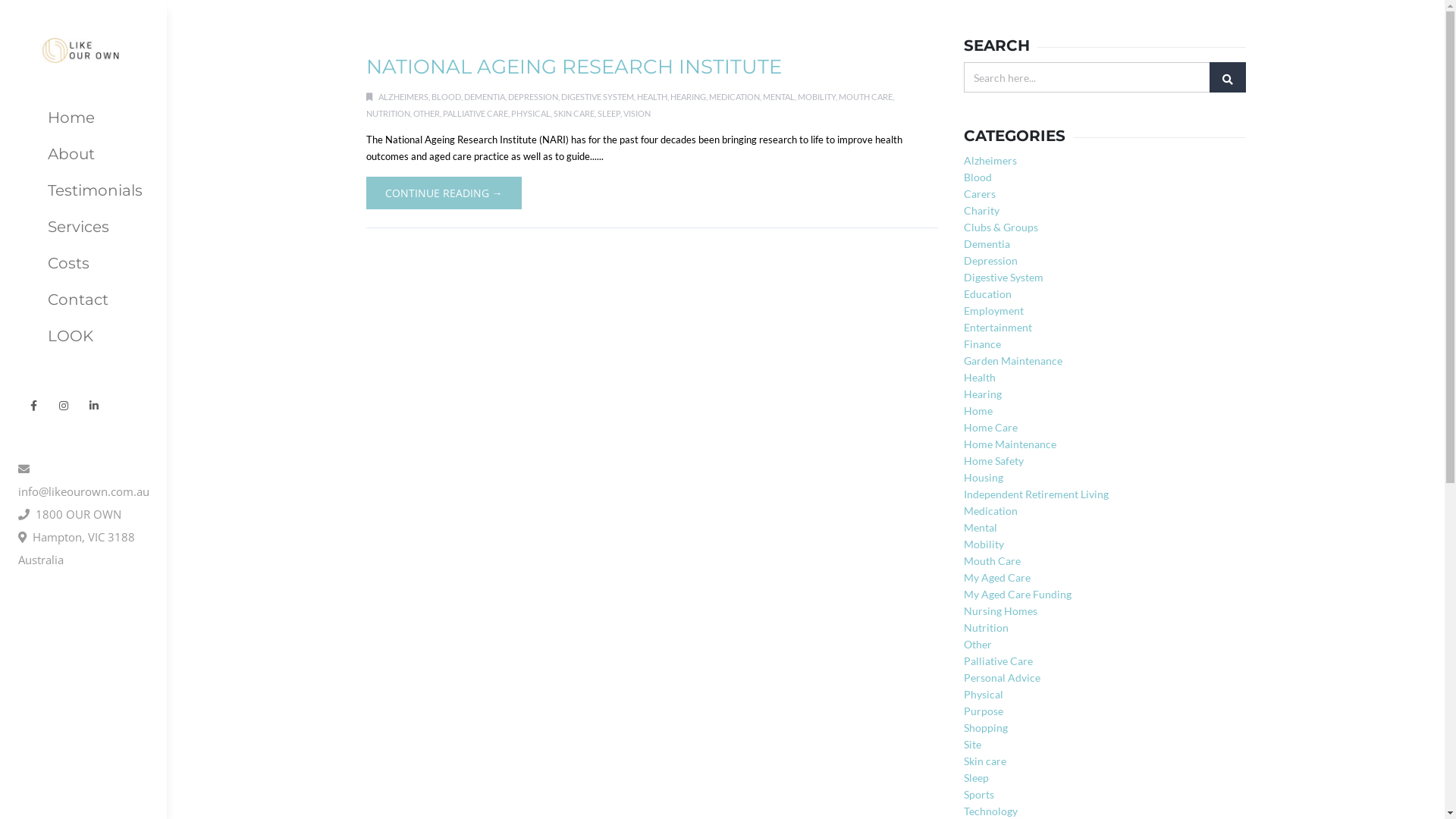 The width and height of the screenshot is (1456, 819). Describe the element at coordinates (687, 96) in the screenshot. I see `'HEARING'` at that location.